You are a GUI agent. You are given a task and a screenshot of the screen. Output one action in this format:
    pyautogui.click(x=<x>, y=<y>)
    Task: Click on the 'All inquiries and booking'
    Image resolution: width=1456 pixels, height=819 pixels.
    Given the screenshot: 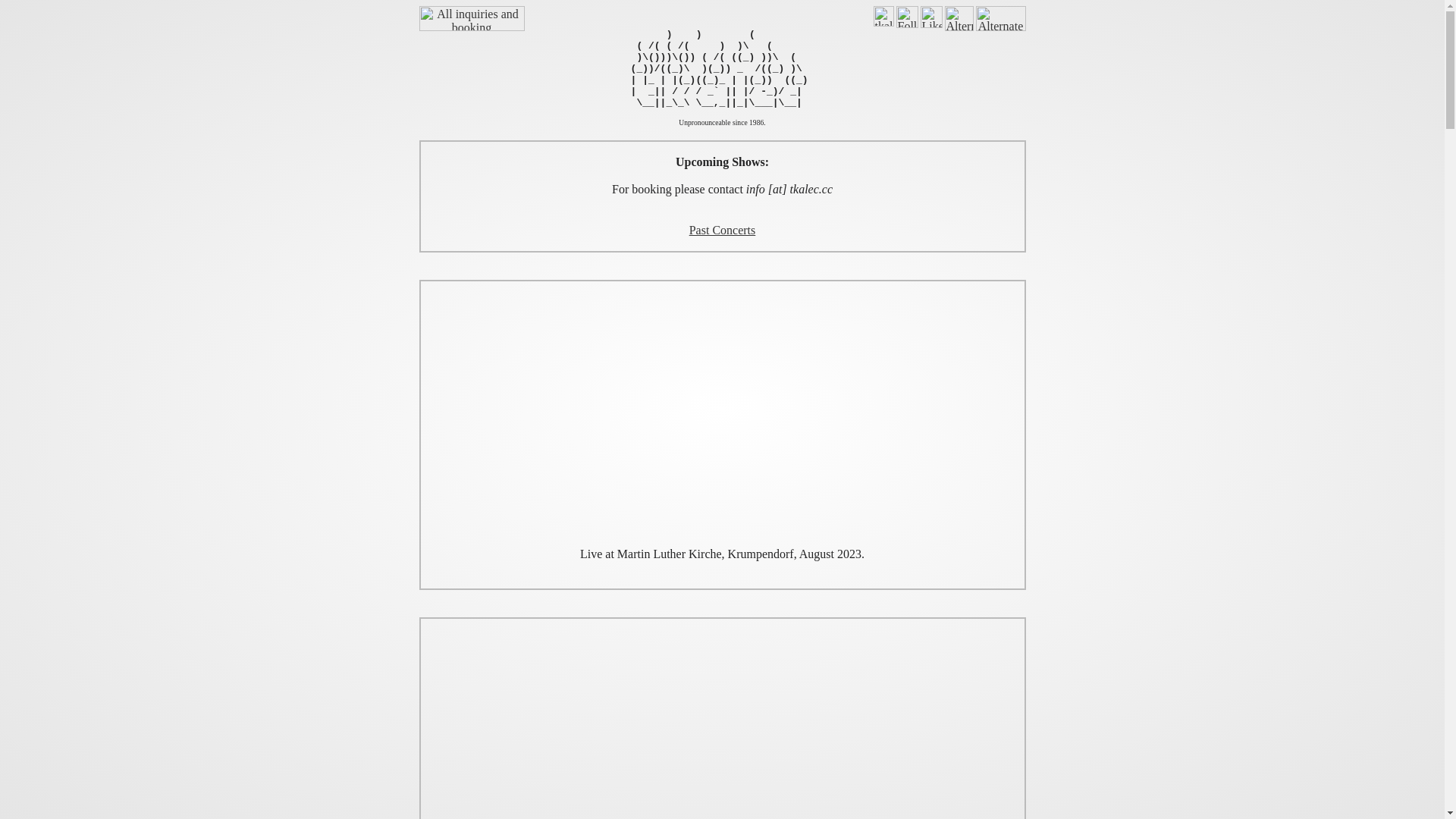 What is the action you would take?
    pyautogui.click(x=470, y=18)
    